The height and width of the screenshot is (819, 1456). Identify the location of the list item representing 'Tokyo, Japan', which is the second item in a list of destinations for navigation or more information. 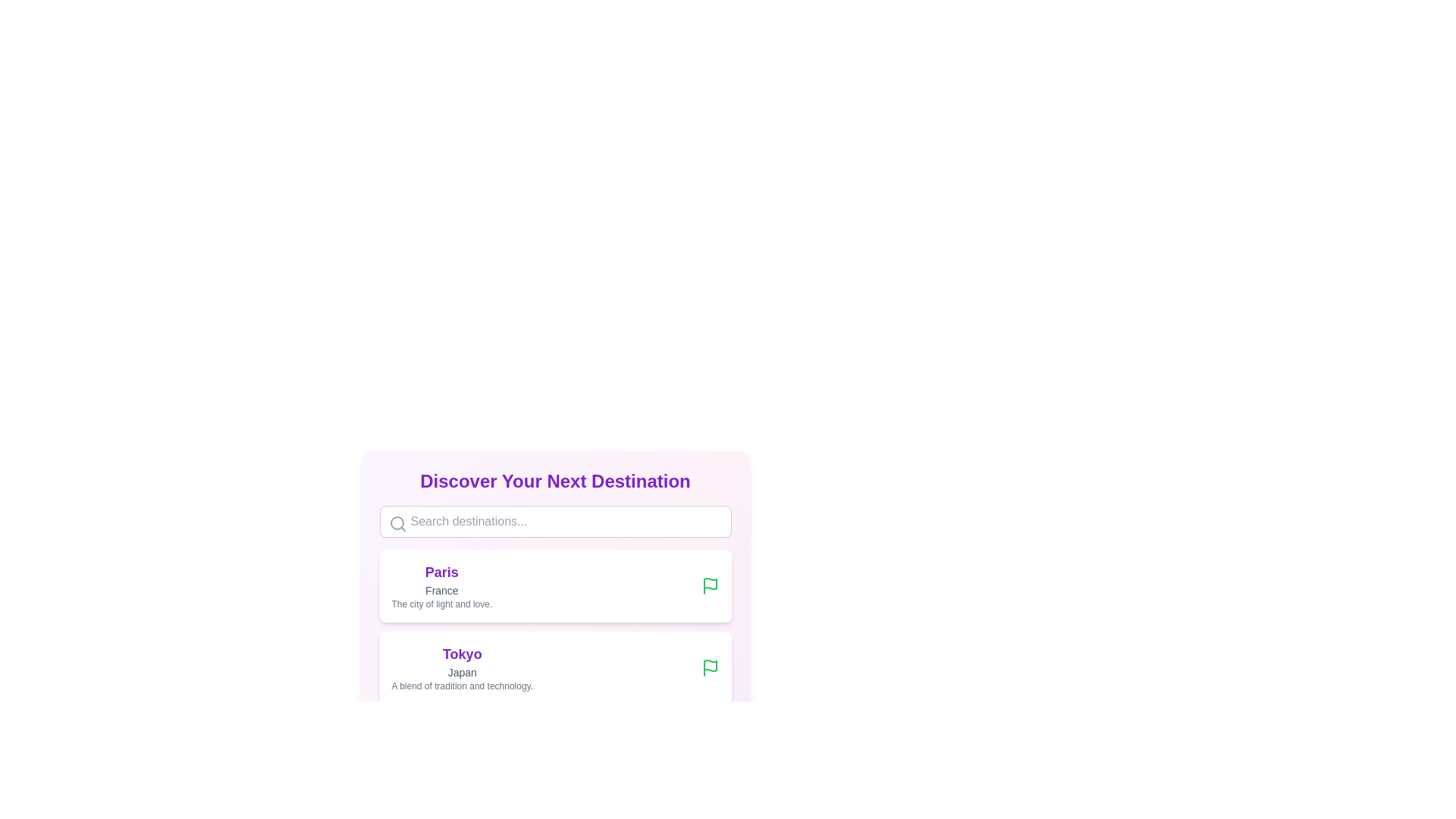
(461, 667).